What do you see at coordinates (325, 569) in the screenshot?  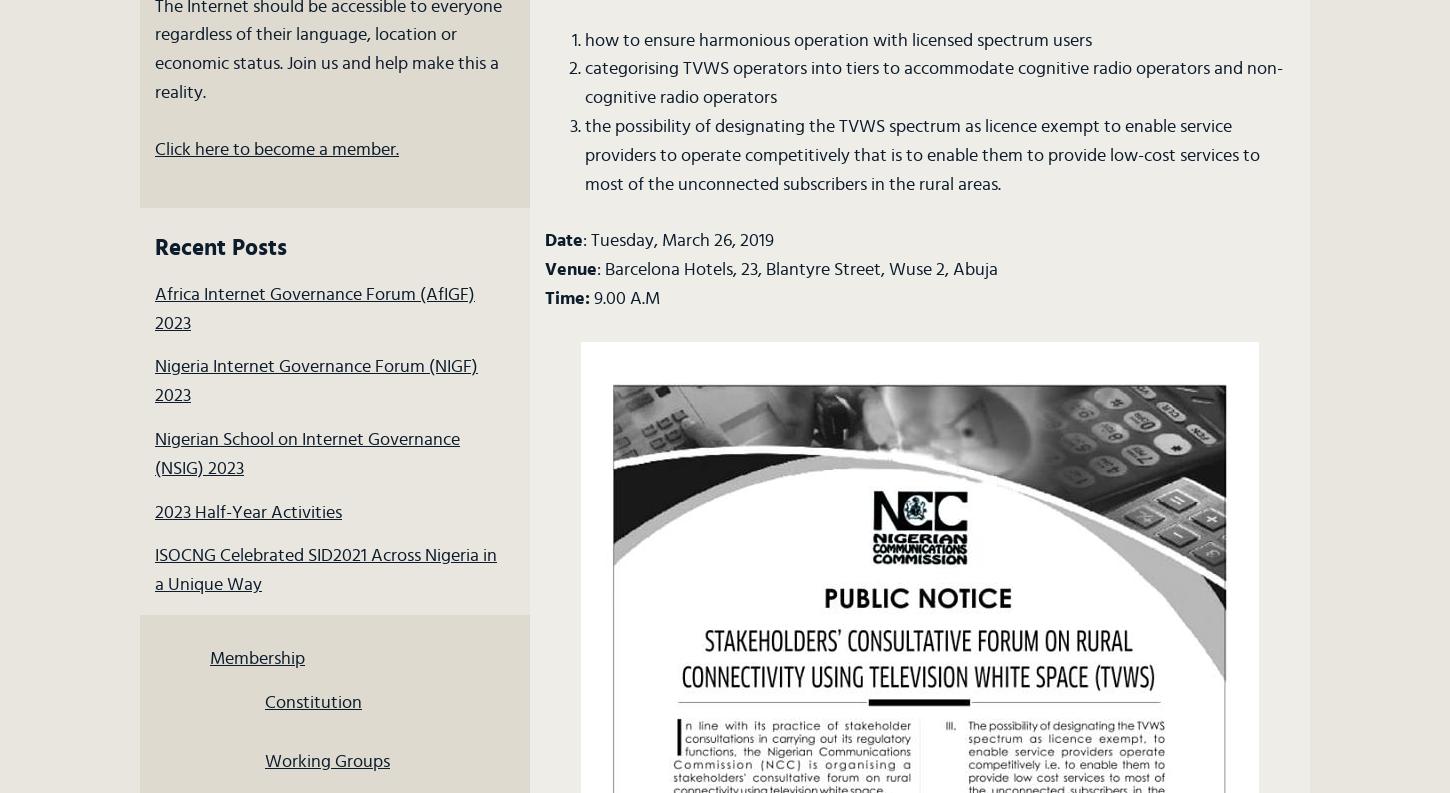 I see `'ISOCNG Celebrated SID2021 Across Nigeria in a Unique Way'` at bounding box center [325, 569].